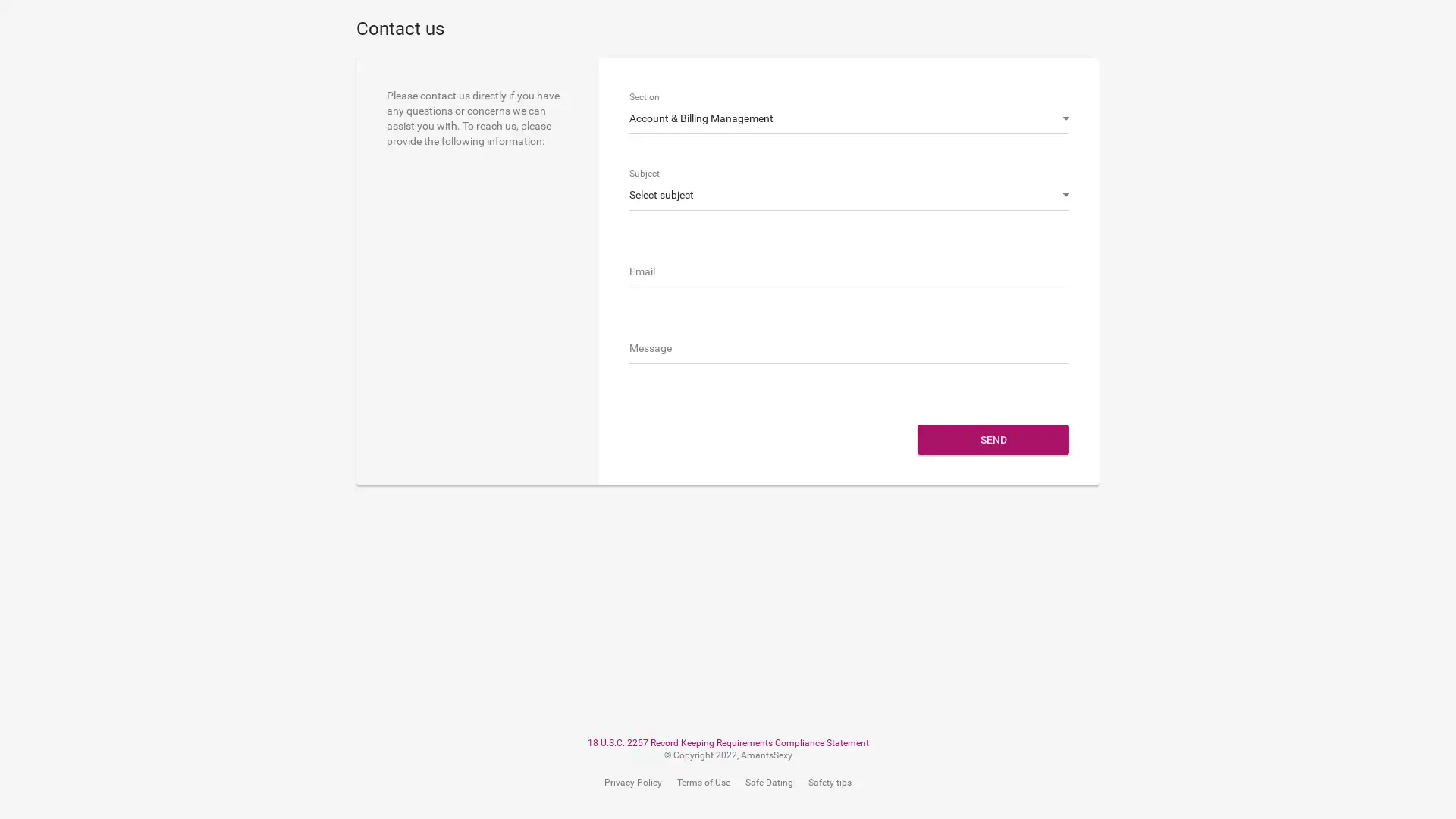 The width and height of the screenshot is (1456, 819). What do you see at coordinates (848, 117) in the screenshot?
I see `Account & Billing Management Account & Billing Management` at bounding box center [848, 117].